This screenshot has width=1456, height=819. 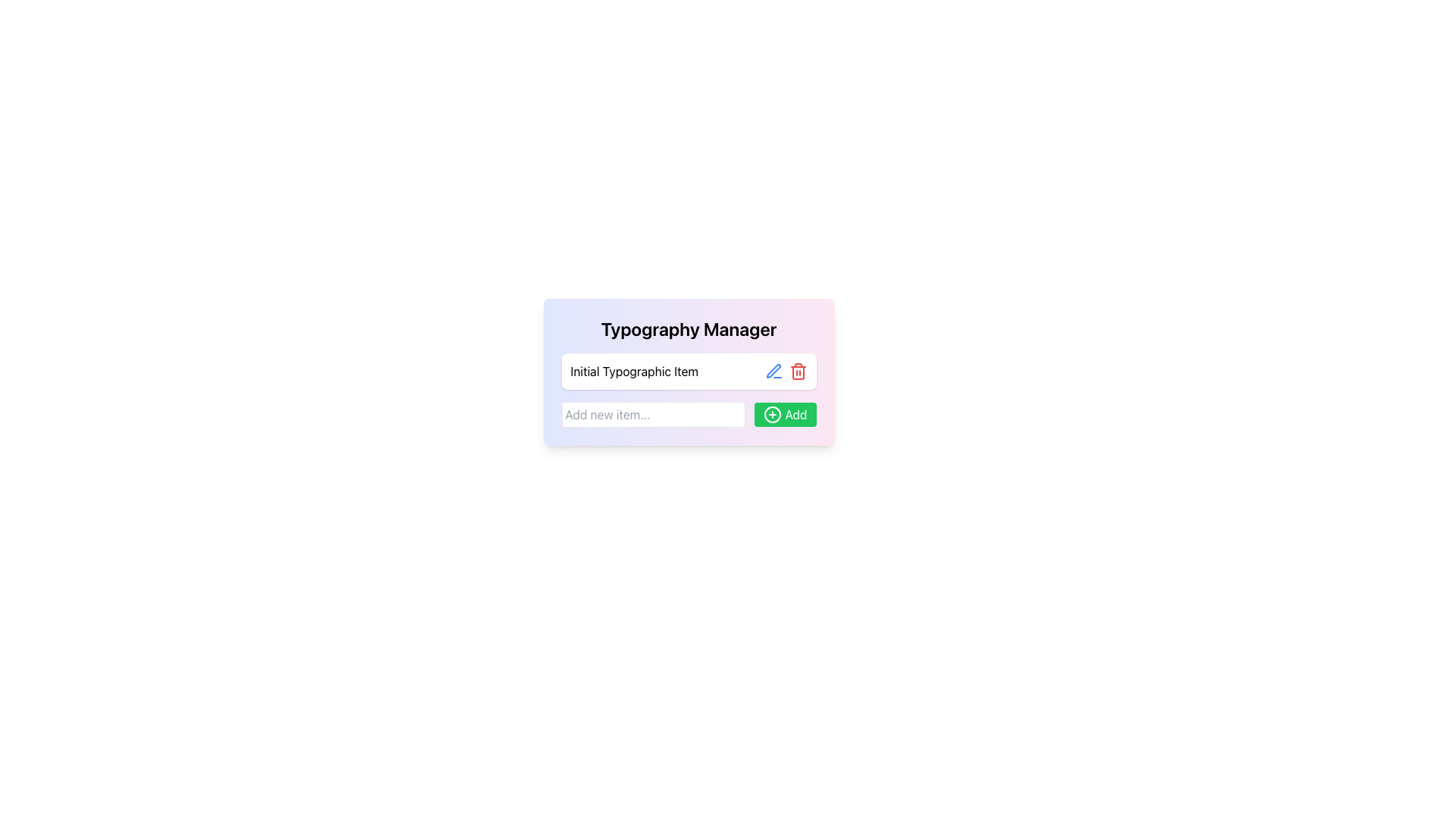 What do you see at coordinates (773, 371) in the screenshot?
I see `the blue pen icon button located to the right of the 'Initial Typographic Item' text input field to initiate editing` at bounding box center [773, 371].